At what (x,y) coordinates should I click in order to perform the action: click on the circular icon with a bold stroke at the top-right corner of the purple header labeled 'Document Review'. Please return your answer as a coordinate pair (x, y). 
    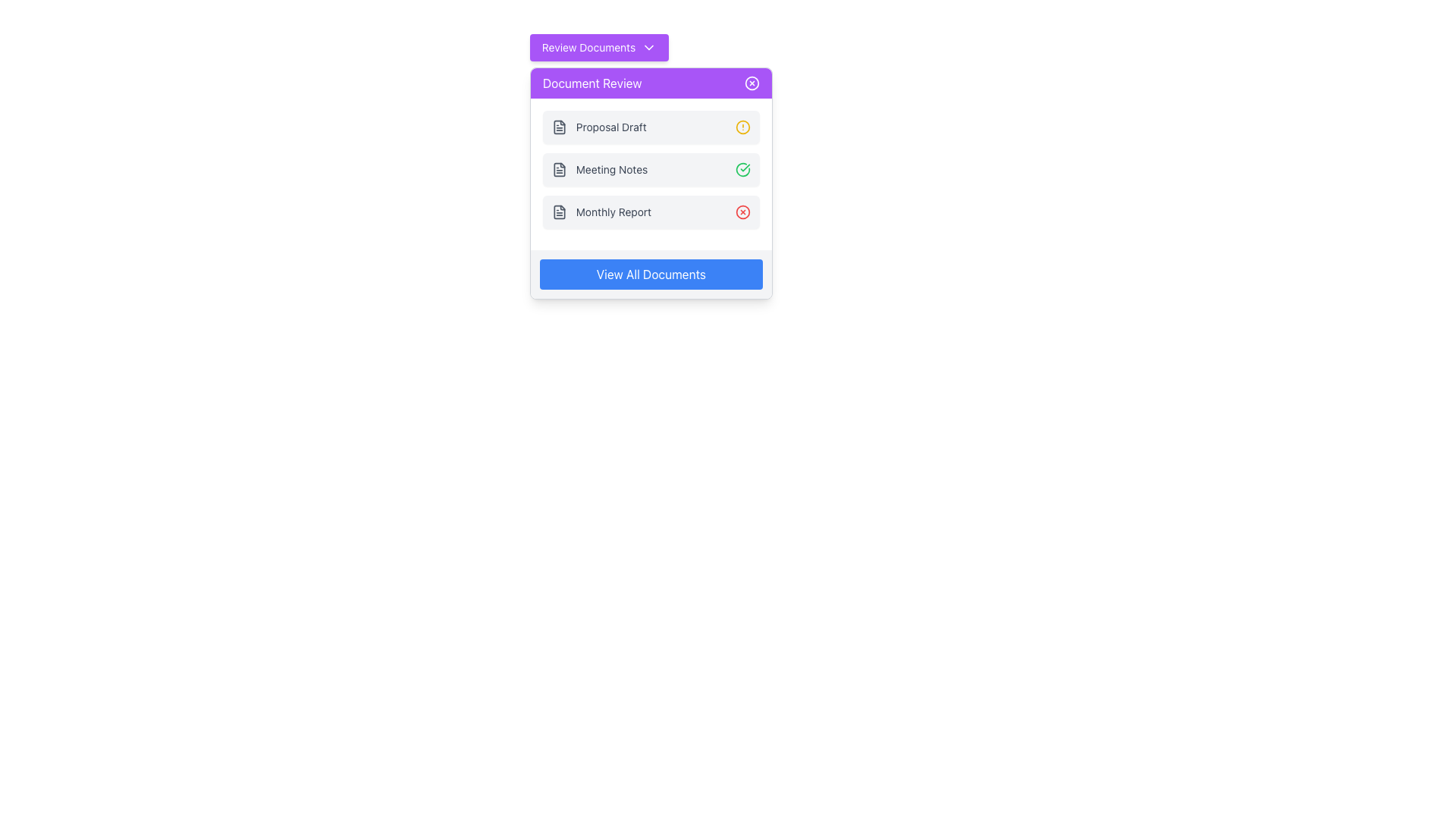
    Looking at the image, I should click on (752, 83).